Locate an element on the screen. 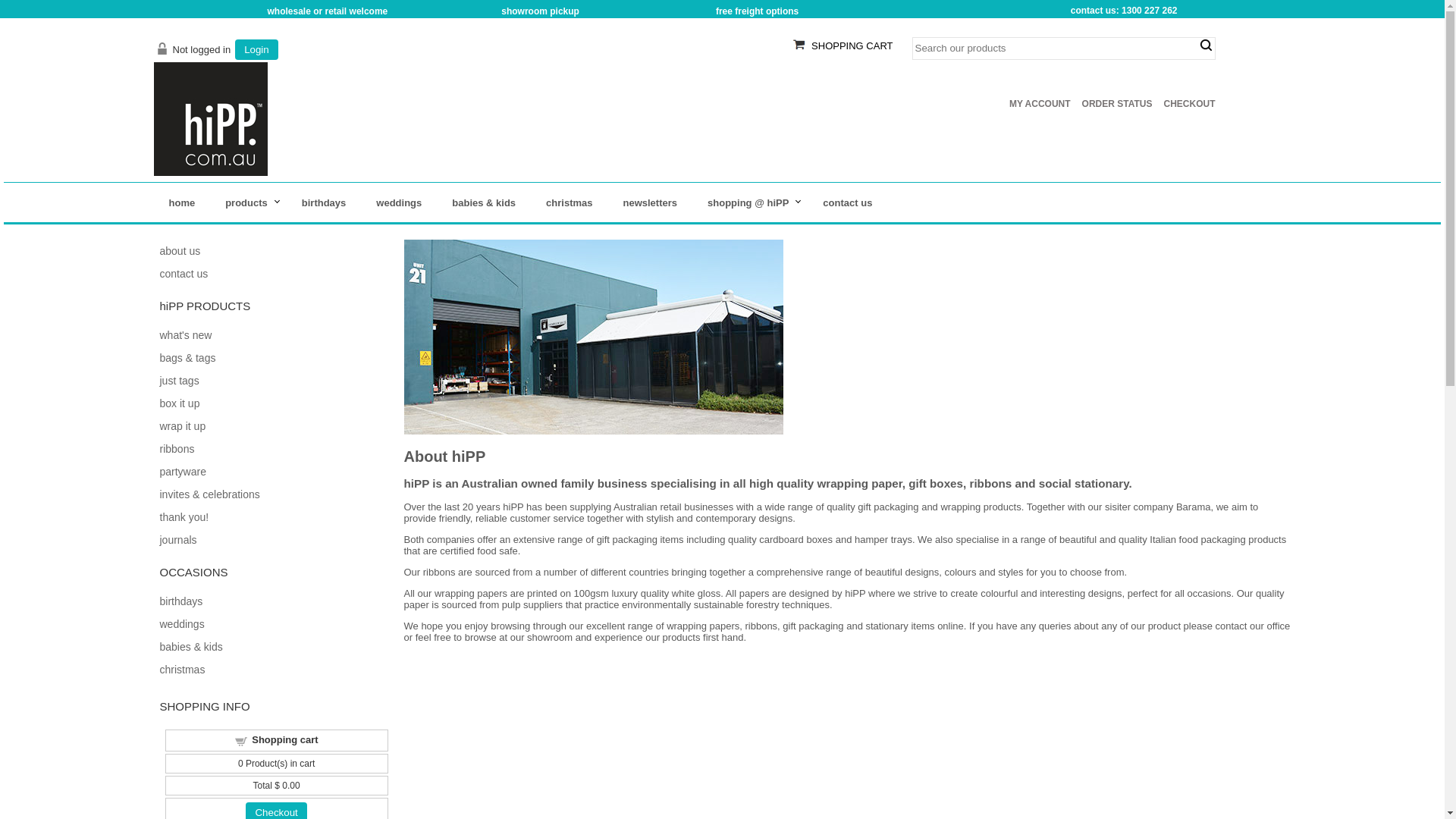 This screenshot has width=1456, height=819. 'newsletters' is located at coordinates (651, 202).